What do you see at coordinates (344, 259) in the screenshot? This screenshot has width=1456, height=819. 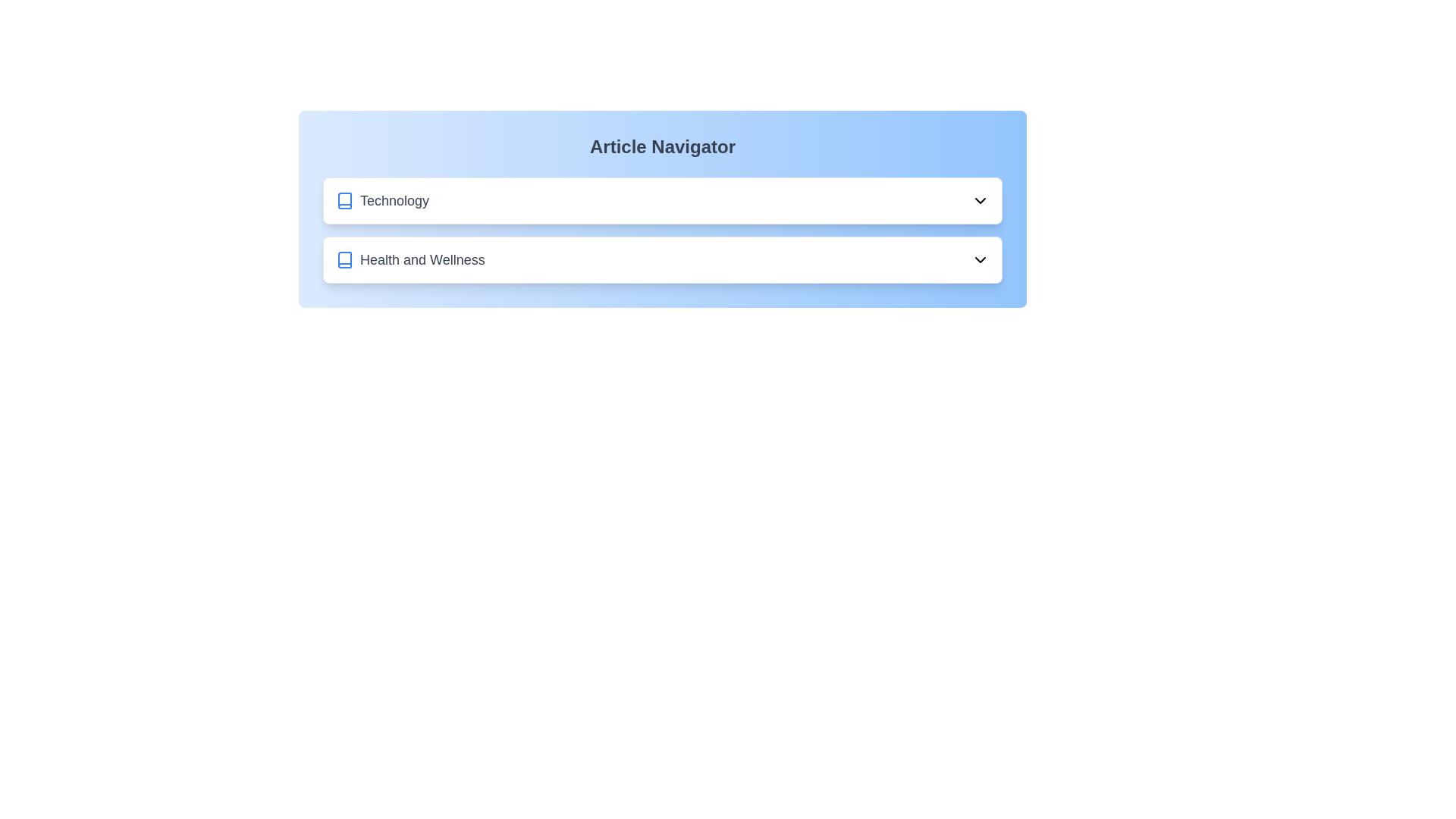 I see `the 'Health and Wellness' icon located in the second row of the Article Navigator, which visually represents the Health and Wellness feature` at bounding box center [344, 259].